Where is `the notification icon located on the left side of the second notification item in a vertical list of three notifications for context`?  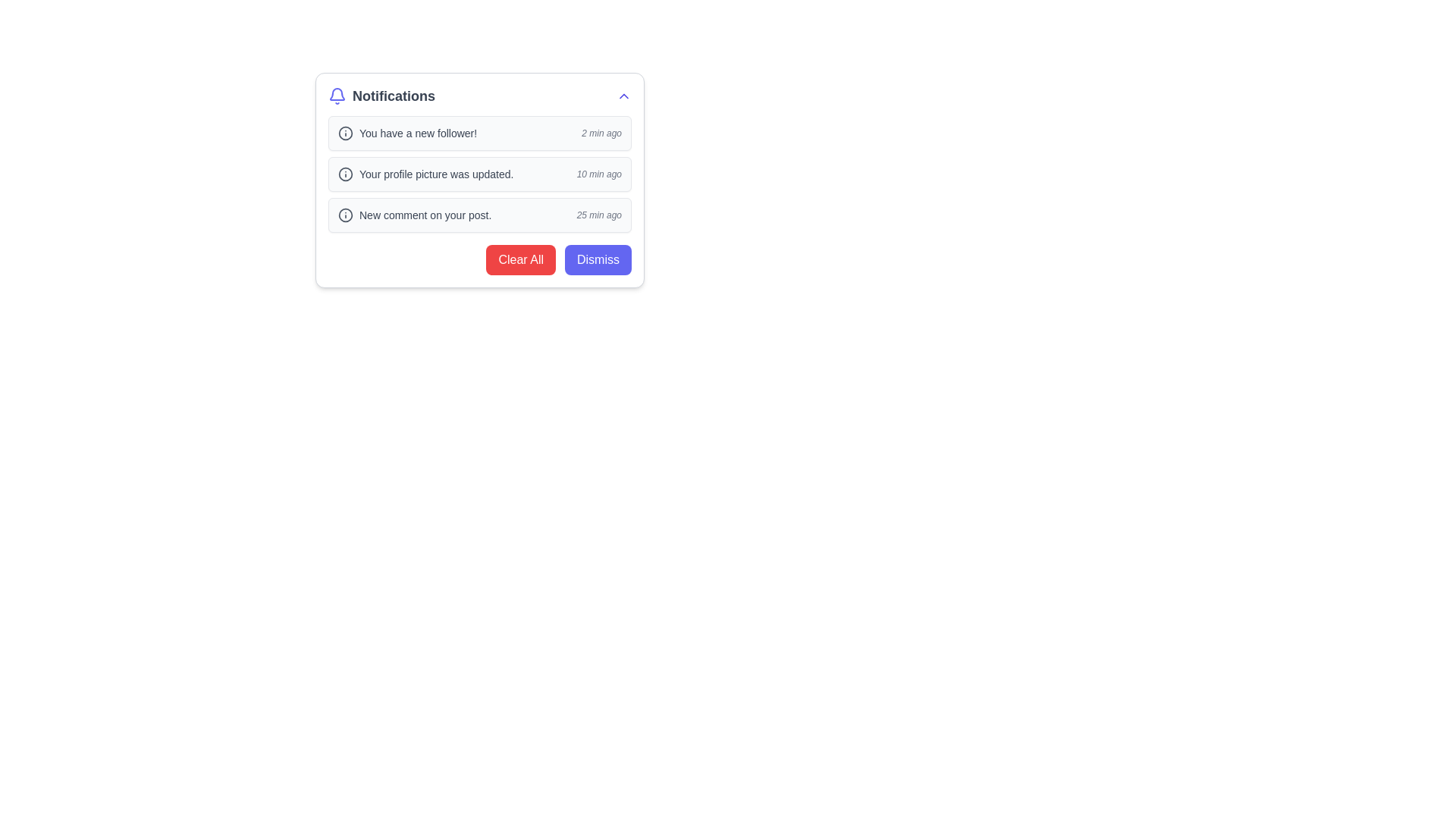 the notification icon located on the left side of the second notification item in a vertical list of three notifications for context is located at coordinates (345, 174).